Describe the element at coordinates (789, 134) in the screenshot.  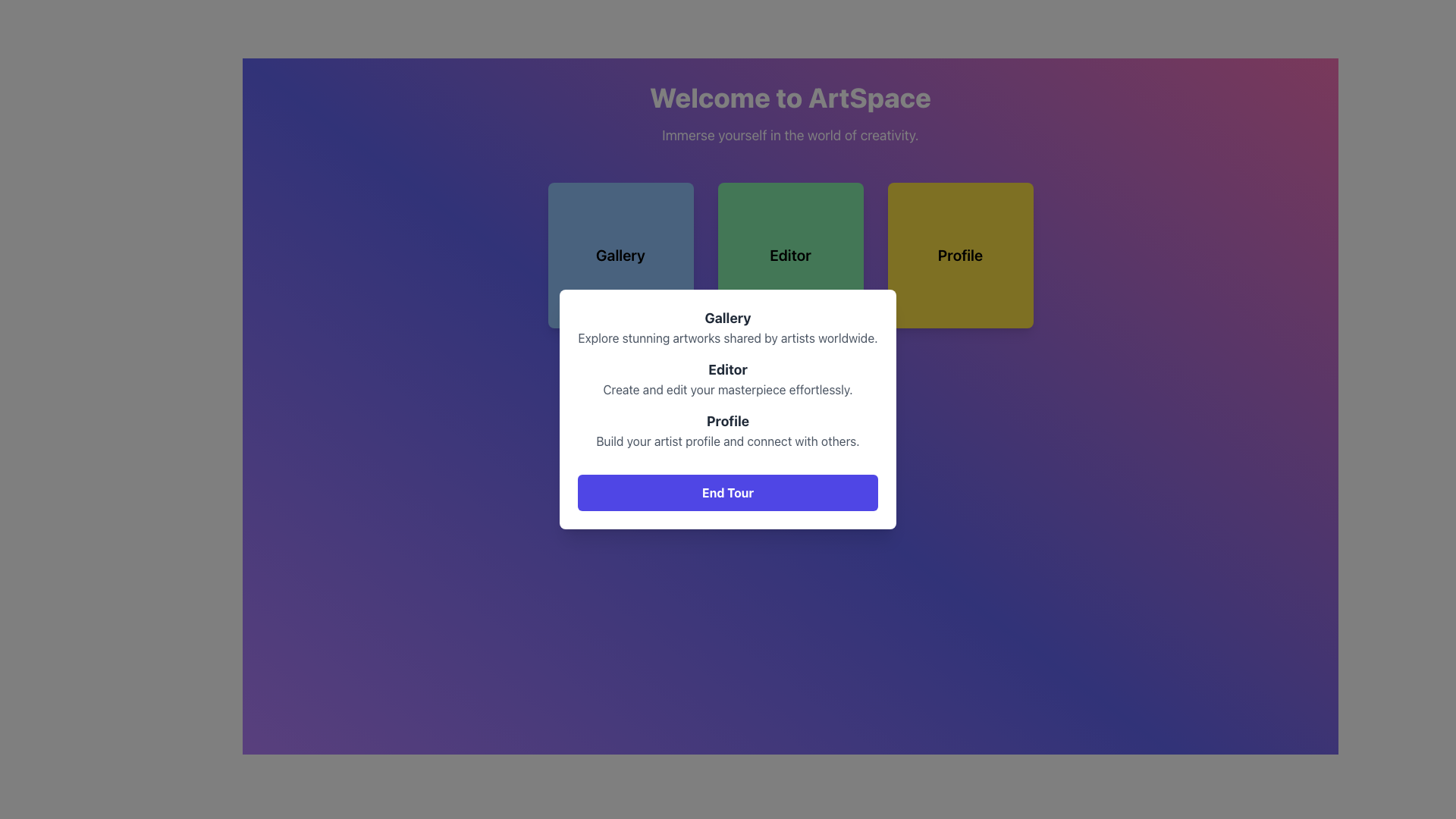
I see `the descriptive subheading text element located just below the heading 'Welcome to ArtSpace', which provides motivational context for the surrounding interface elements` at that location.